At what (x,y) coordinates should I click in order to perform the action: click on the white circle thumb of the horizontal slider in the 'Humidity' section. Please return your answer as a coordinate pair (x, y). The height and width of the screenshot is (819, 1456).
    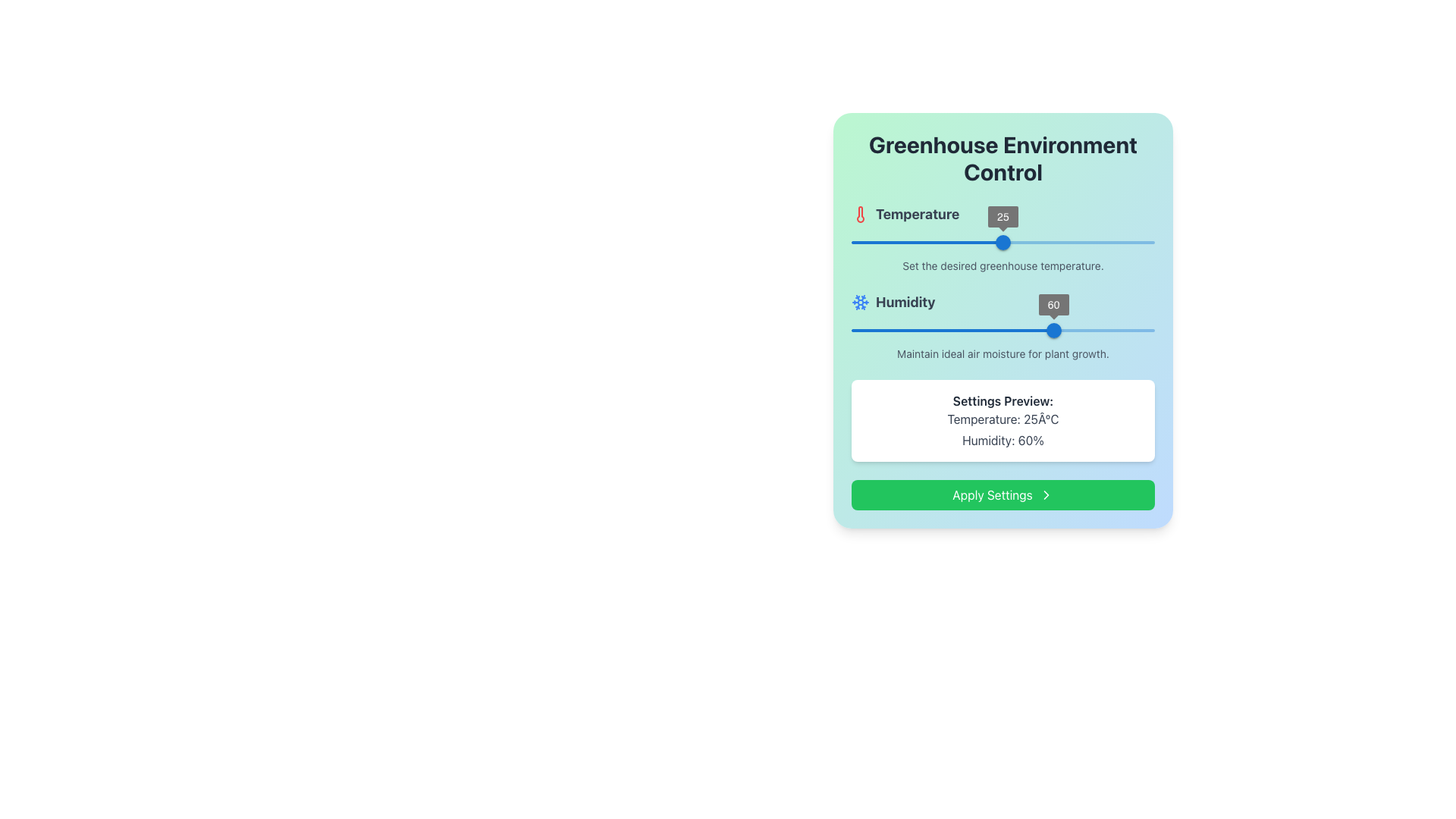
    Looking at the image, I should click on (1003, 329).